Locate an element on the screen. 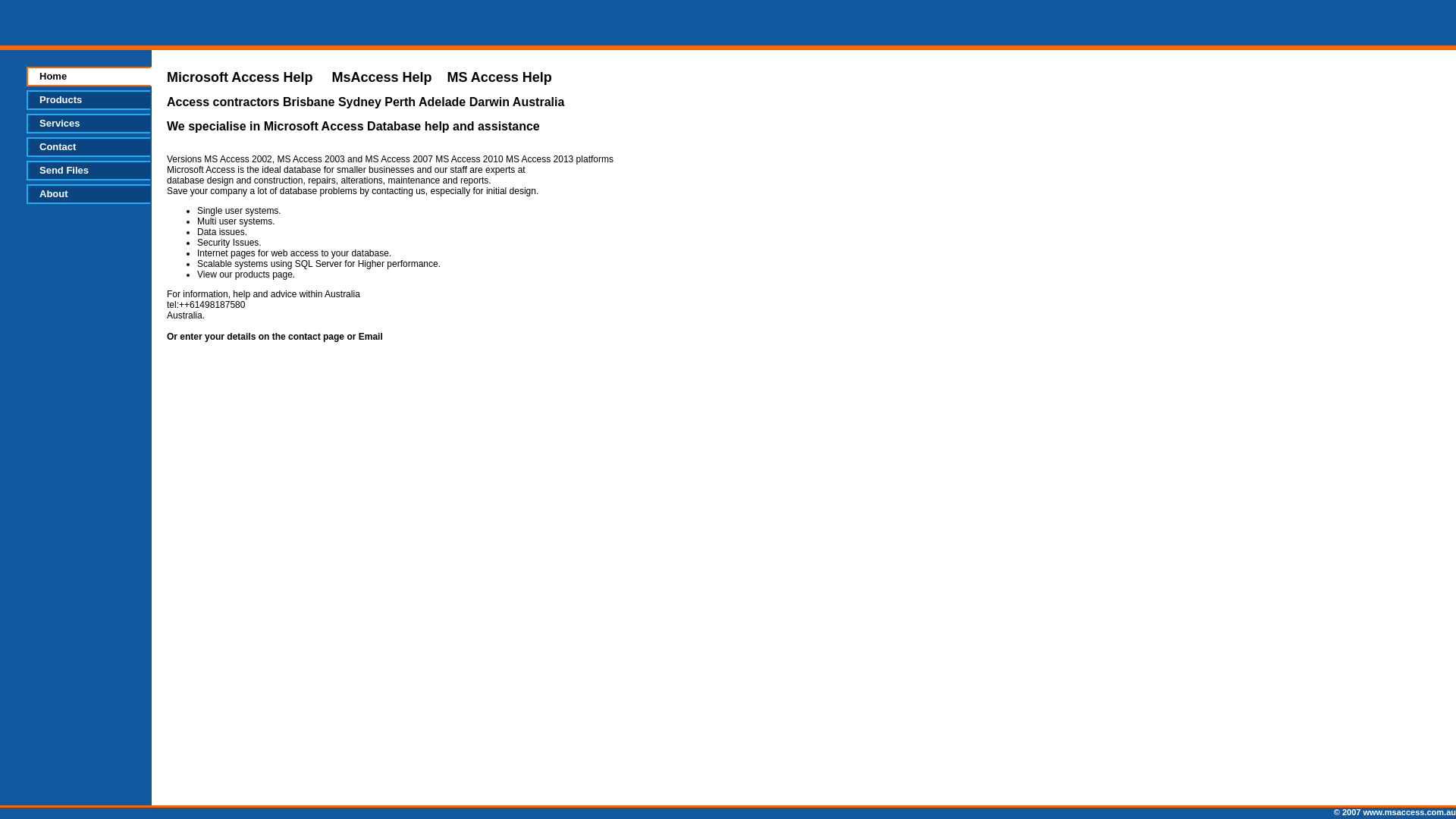 This screenshot has width=1456, height=819. 'Contact' is located at coordinates (87, 146).